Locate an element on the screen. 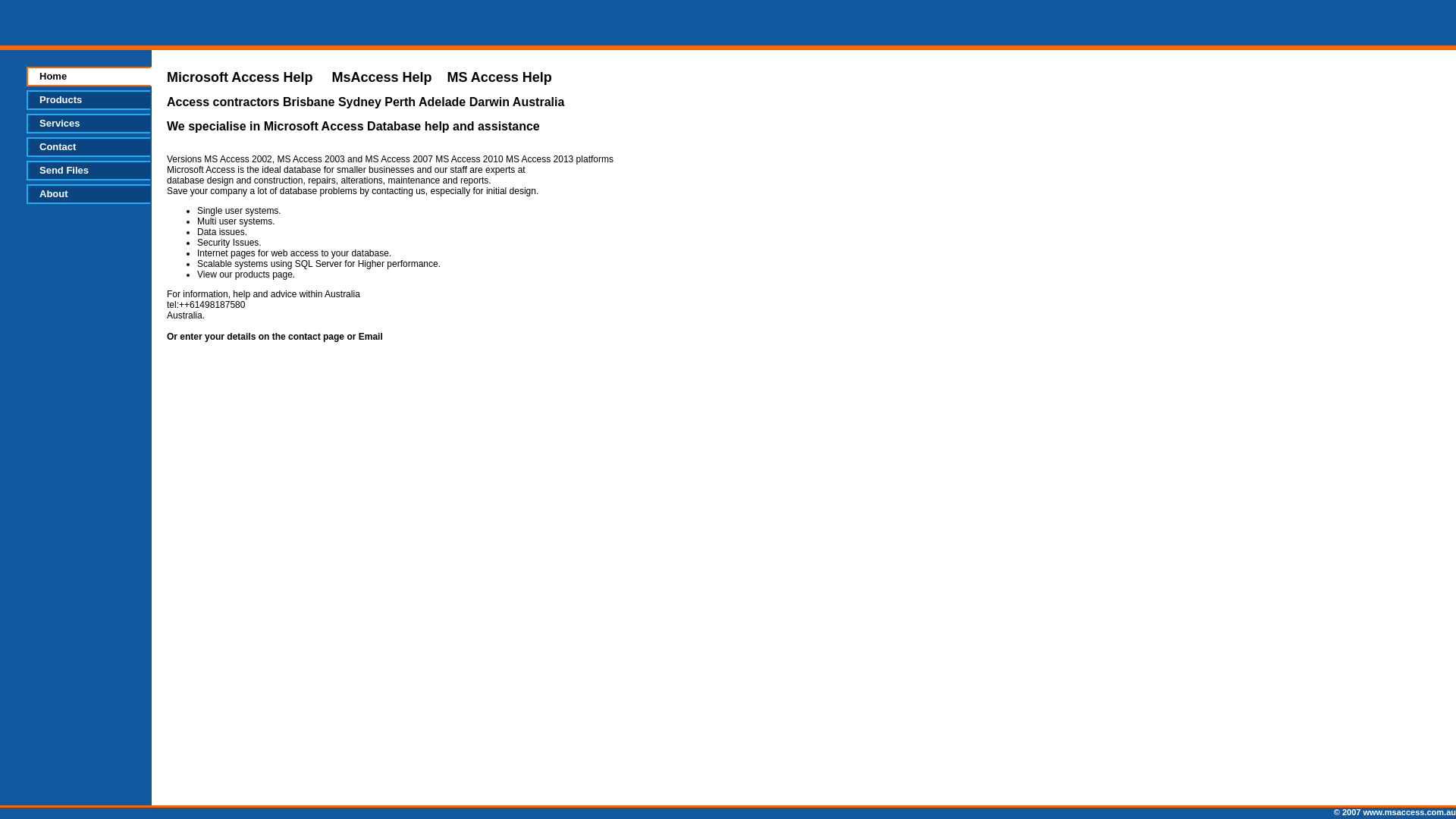 This screenshot has width=1456, height=819. 'Contact' is located at coordinates (87, 146).